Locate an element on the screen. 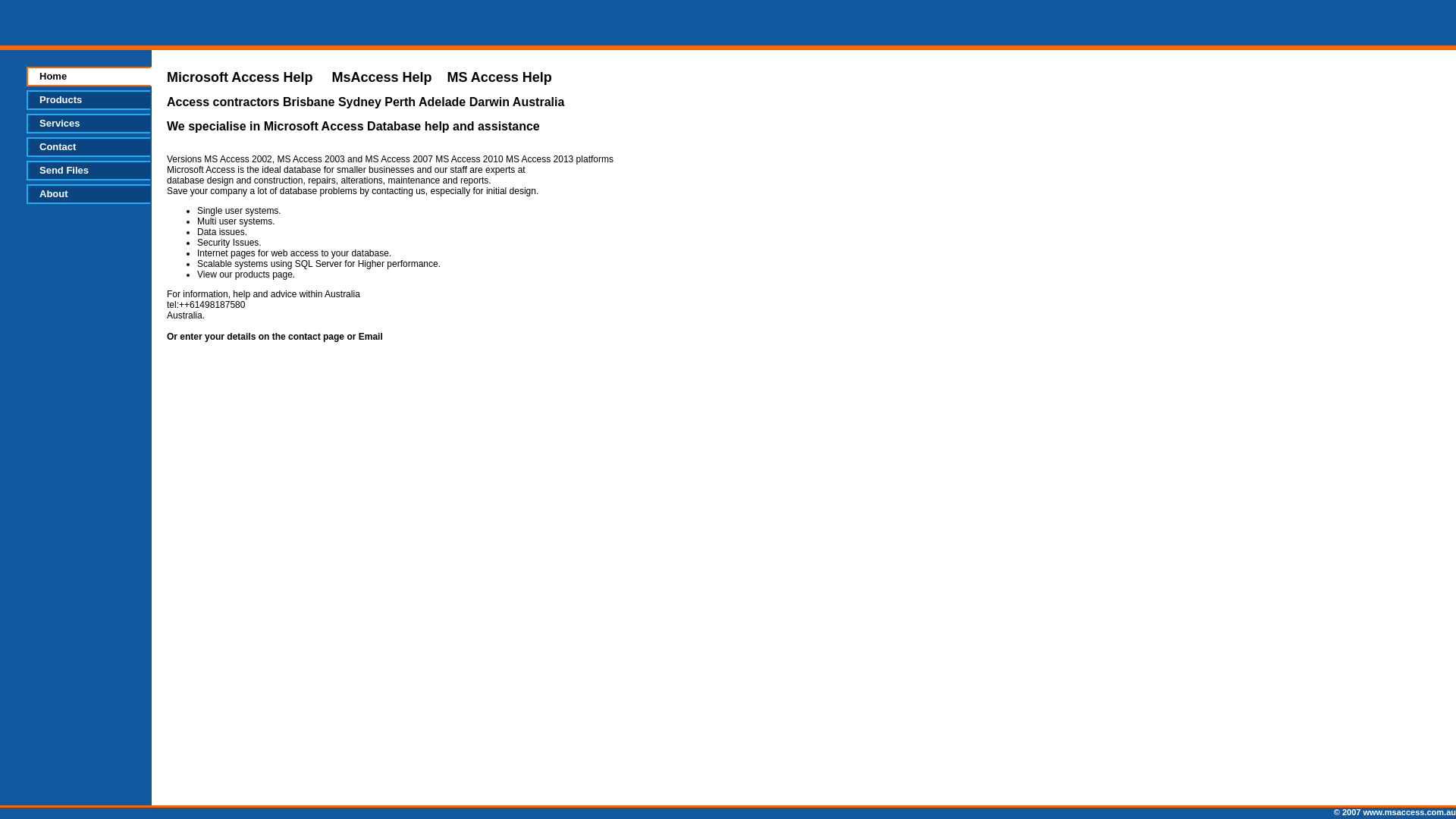 This screenshot has width=1456, height=819. 'Contact' is located at coordinates (87, 146).